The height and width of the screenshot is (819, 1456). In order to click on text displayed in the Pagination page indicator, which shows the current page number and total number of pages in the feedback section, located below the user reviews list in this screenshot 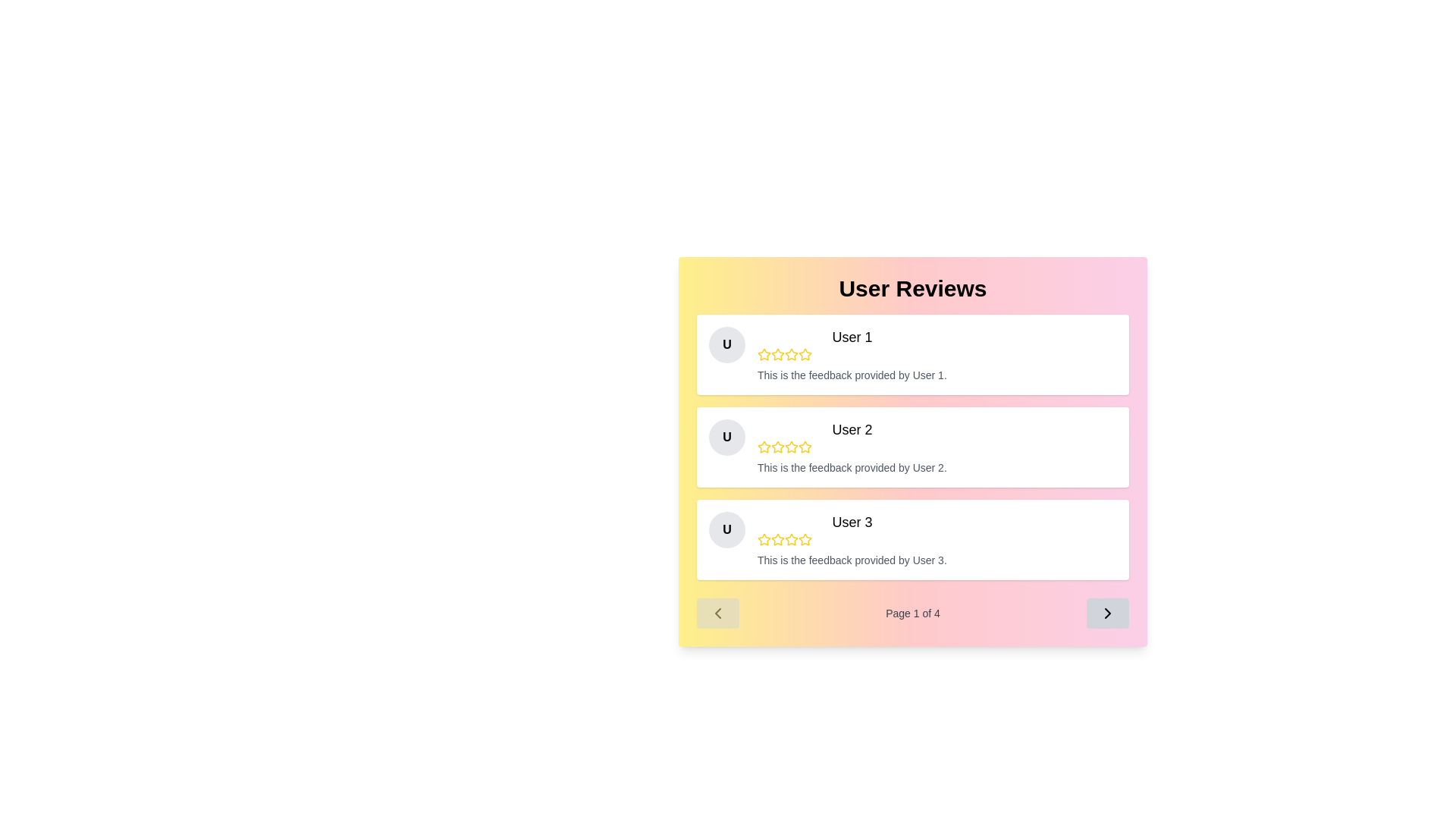, I will do `click(912, 613)`.